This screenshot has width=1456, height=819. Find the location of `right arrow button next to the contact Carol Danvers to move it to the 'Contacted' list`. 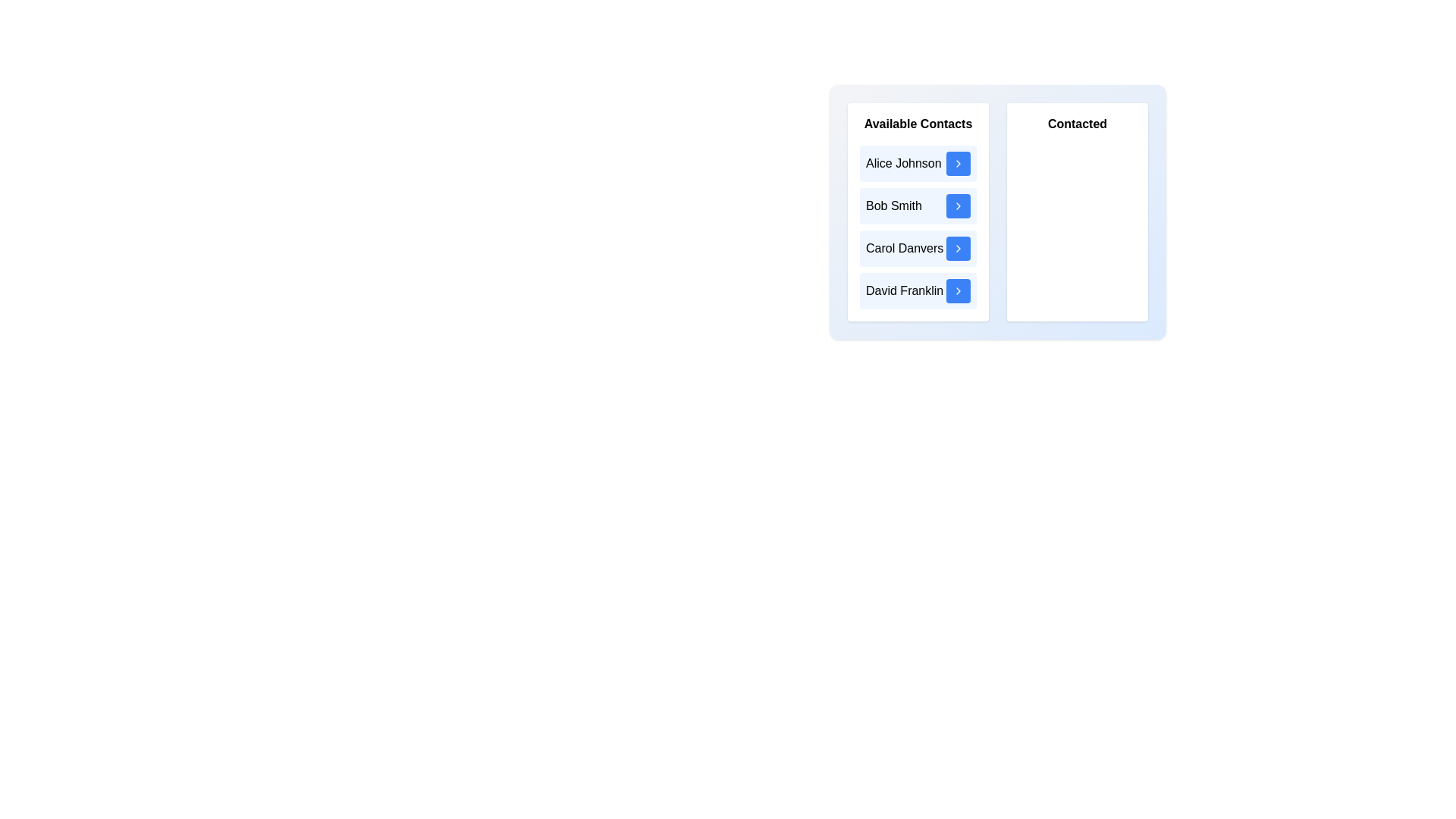

right arrow button next to the contact Carol Danvers to move it to the 'Contacted' list is located at coordinates (957, 247).